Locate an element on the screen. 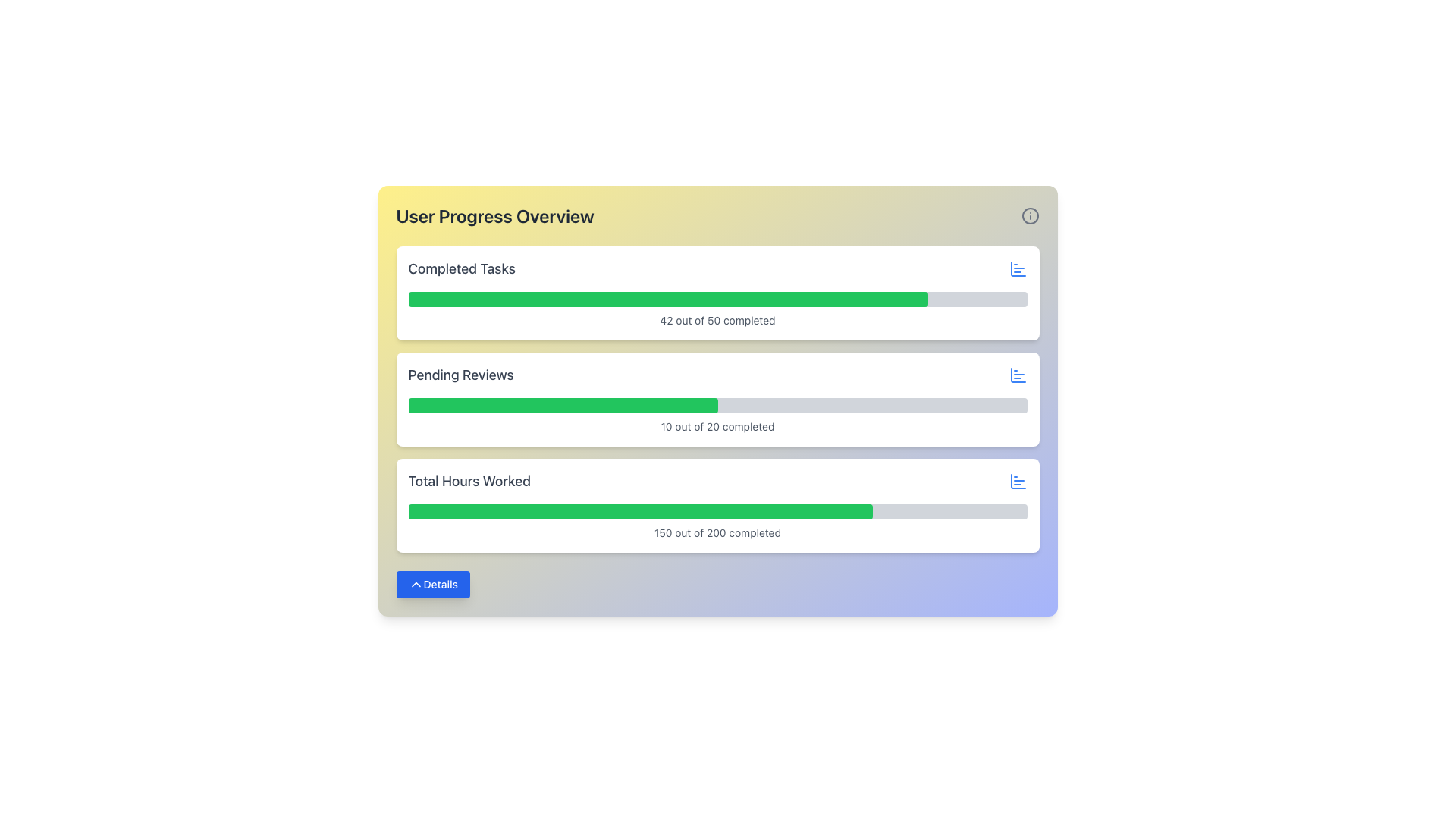  title and completion text from the informational block with progress visualization, located between the 'Completed Tasks' section and the 'Total Hours Worked' section is located at coordinates (717, 399).